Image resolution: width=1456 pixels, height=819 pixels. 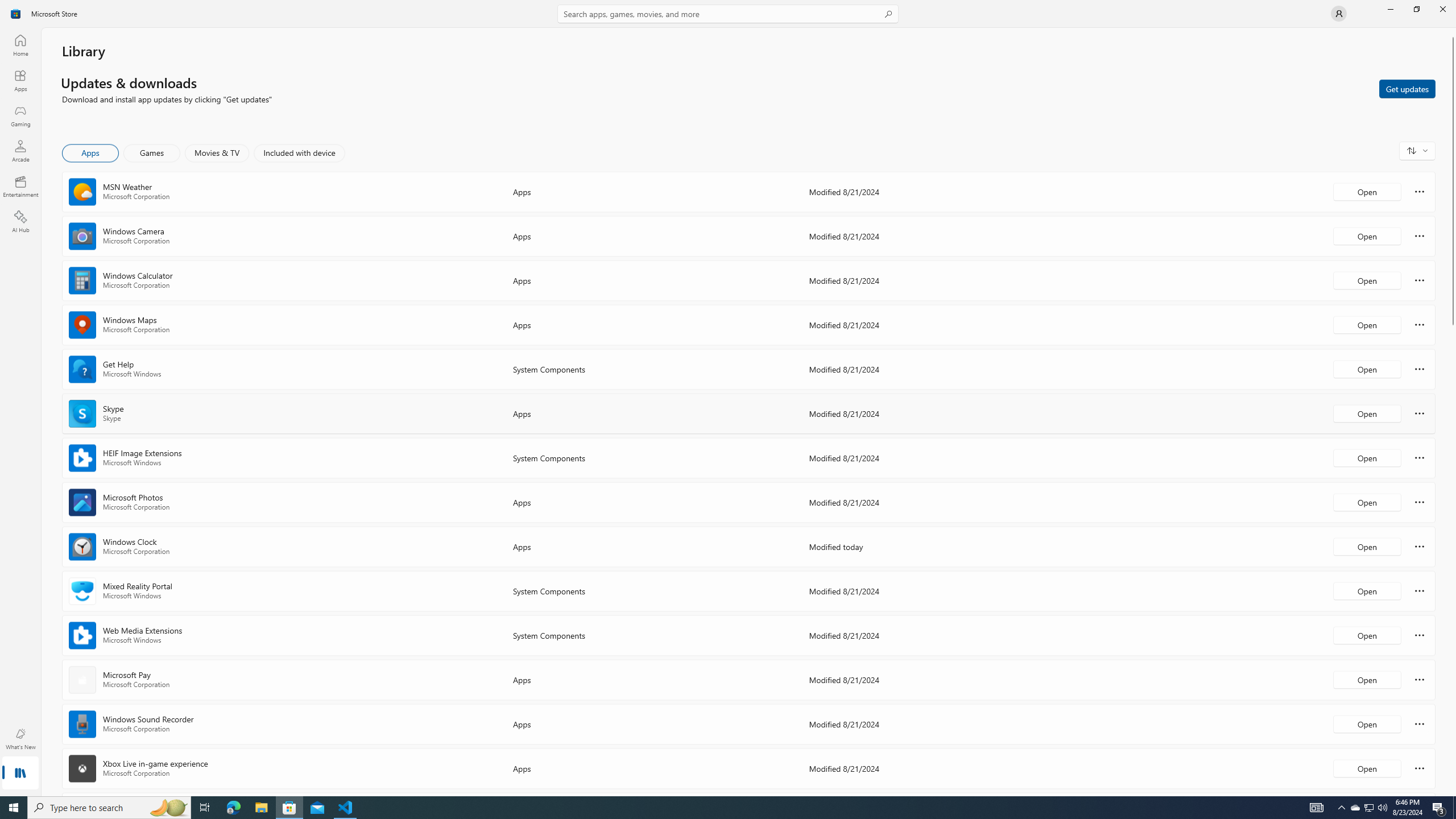 I want to click on 'Minimize Microsoft Store', so click(x=1389, y=9).